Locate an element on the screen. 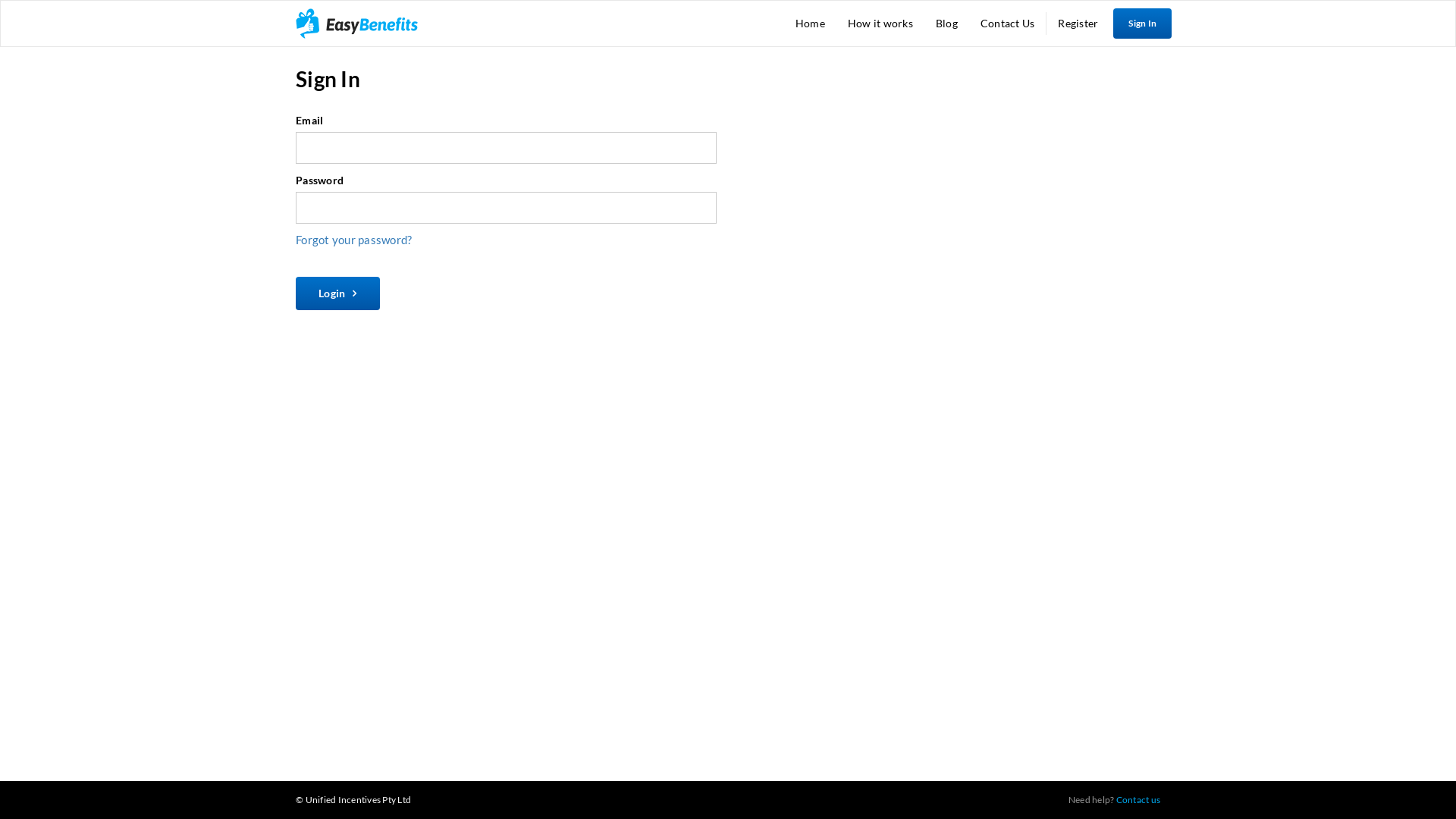 The height and width of the screenshot is (819, 1456). 'How it works' is located at coordinates (880, 23).